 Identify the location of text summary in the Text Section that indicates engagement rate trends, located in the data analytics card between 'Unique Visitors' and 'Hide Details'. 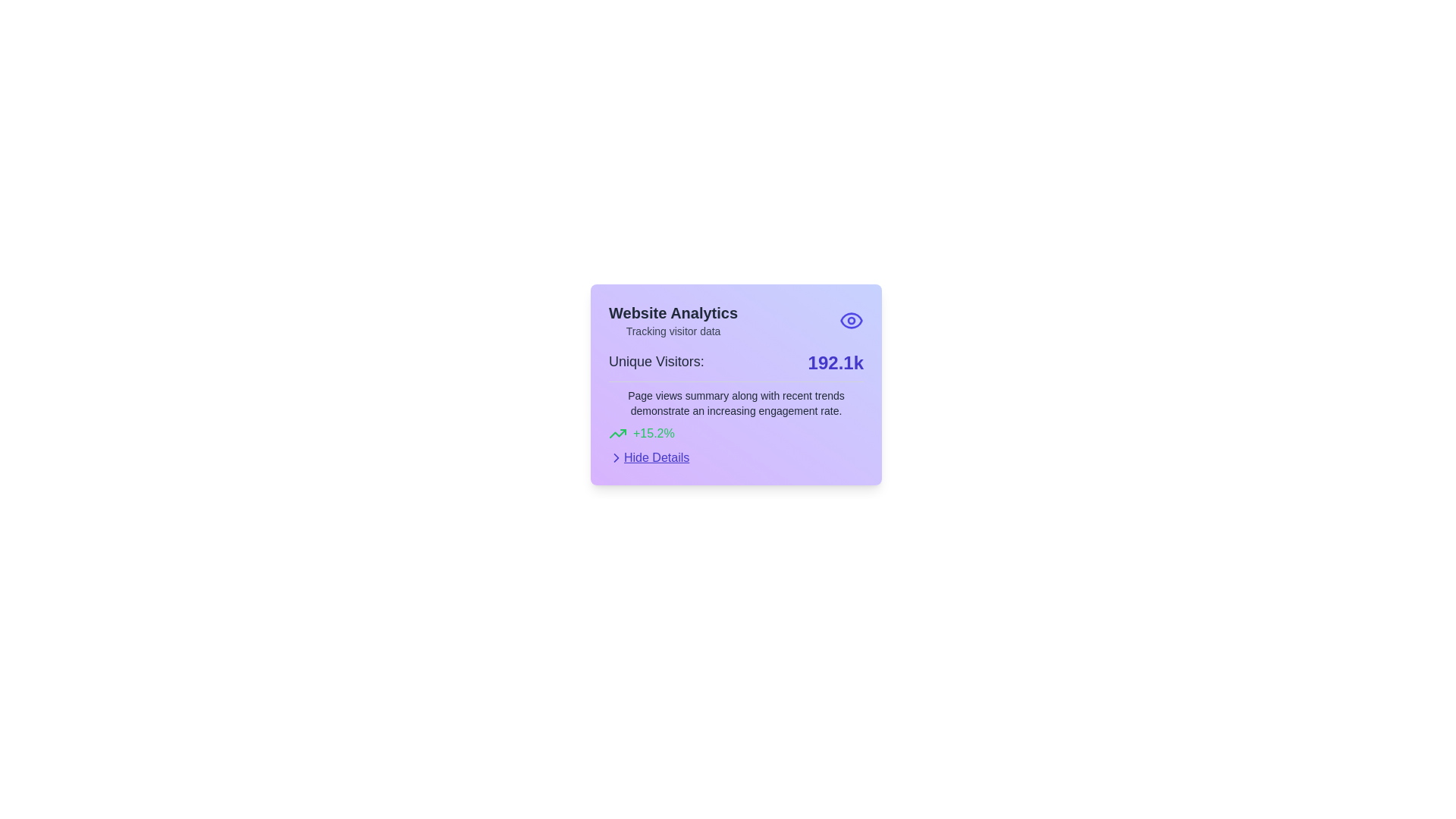
(736, 412).